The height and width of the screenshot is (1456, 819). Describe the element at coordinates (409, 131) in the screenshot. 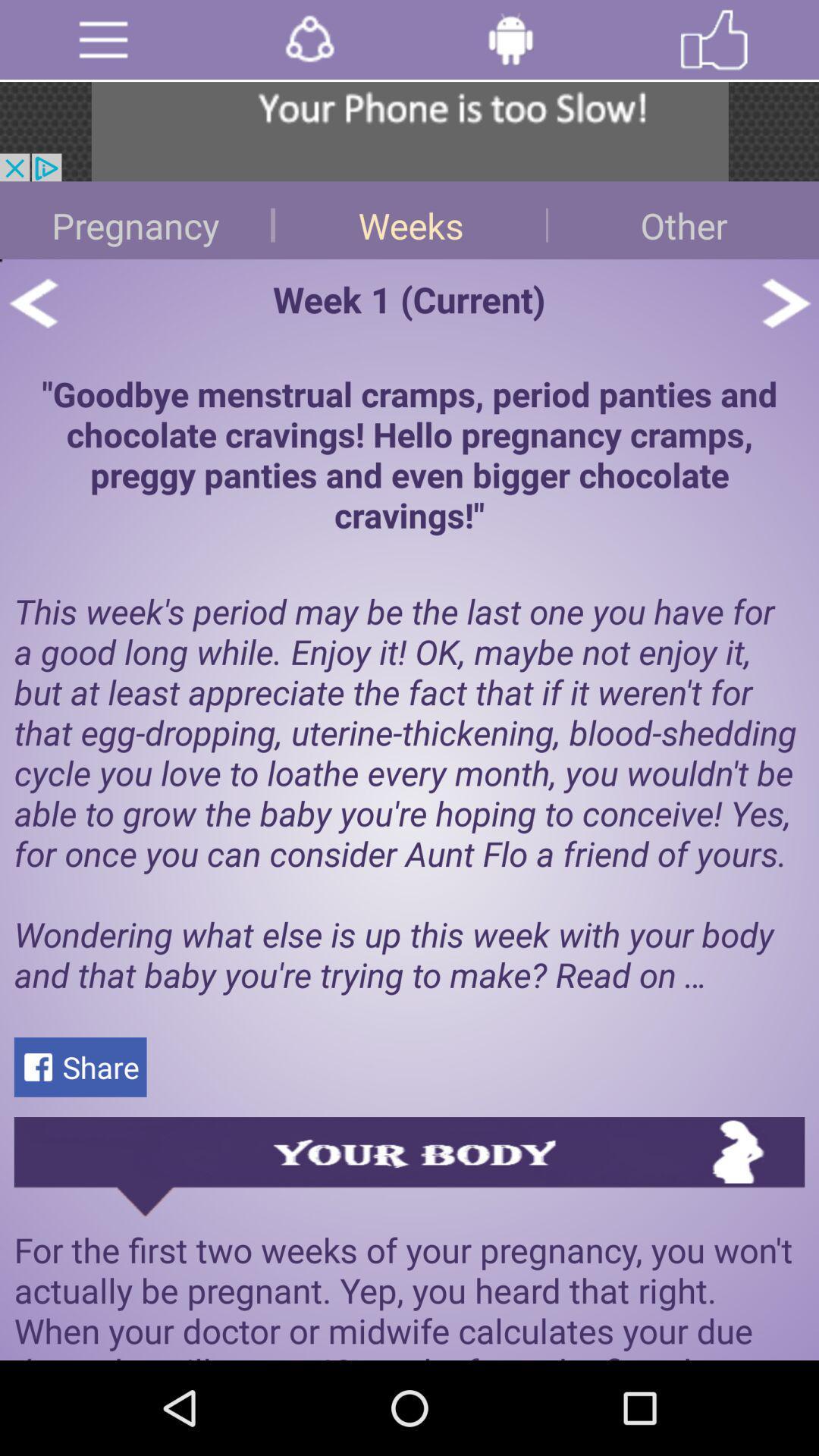

I see `advertisement link` at that location.